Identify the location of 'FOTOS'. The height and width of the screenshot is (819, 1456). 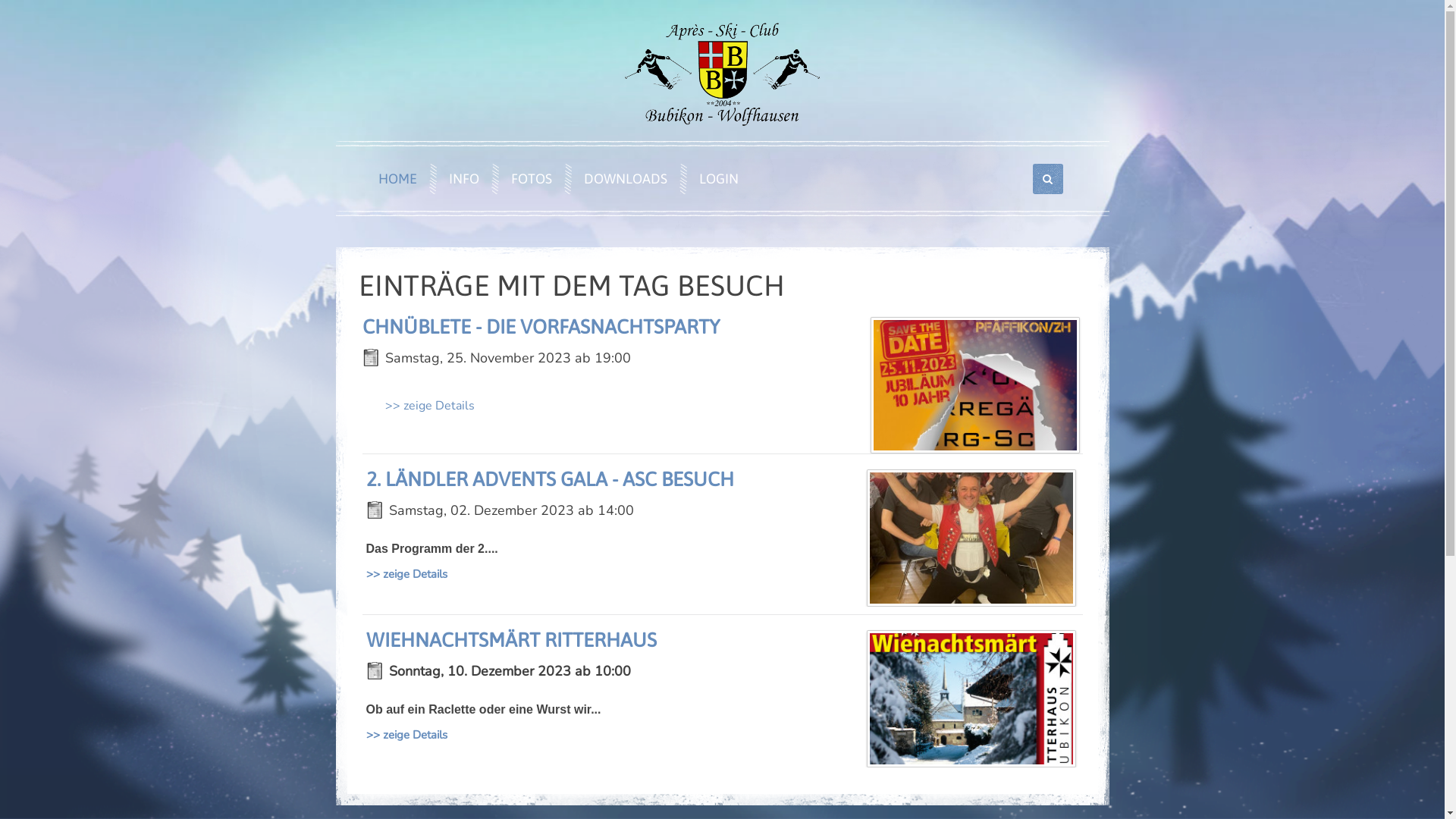
(528, 177).